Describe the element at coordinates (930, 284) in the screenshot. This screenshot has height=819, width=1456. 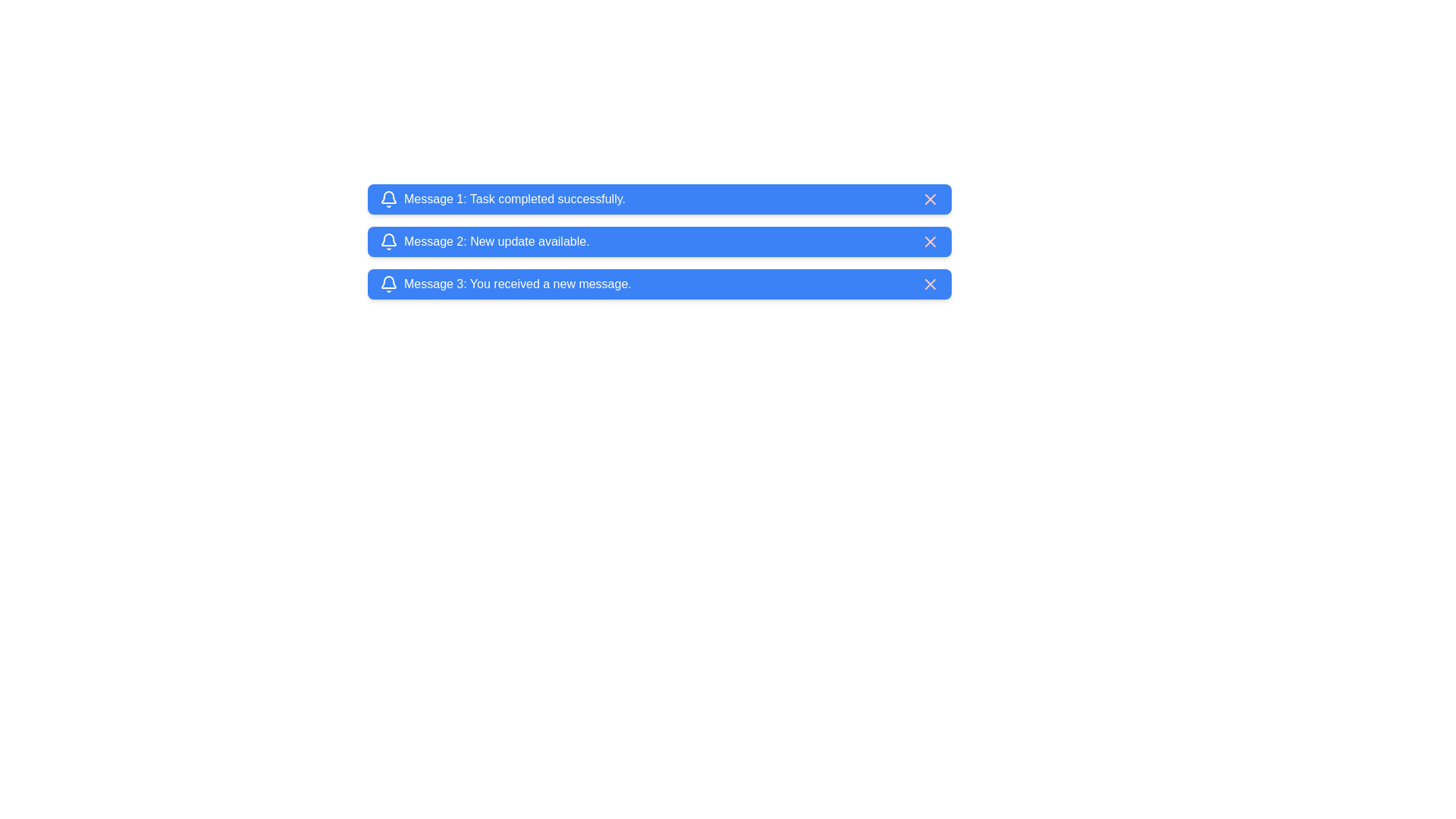
I see `keyboard navigation` at that location.